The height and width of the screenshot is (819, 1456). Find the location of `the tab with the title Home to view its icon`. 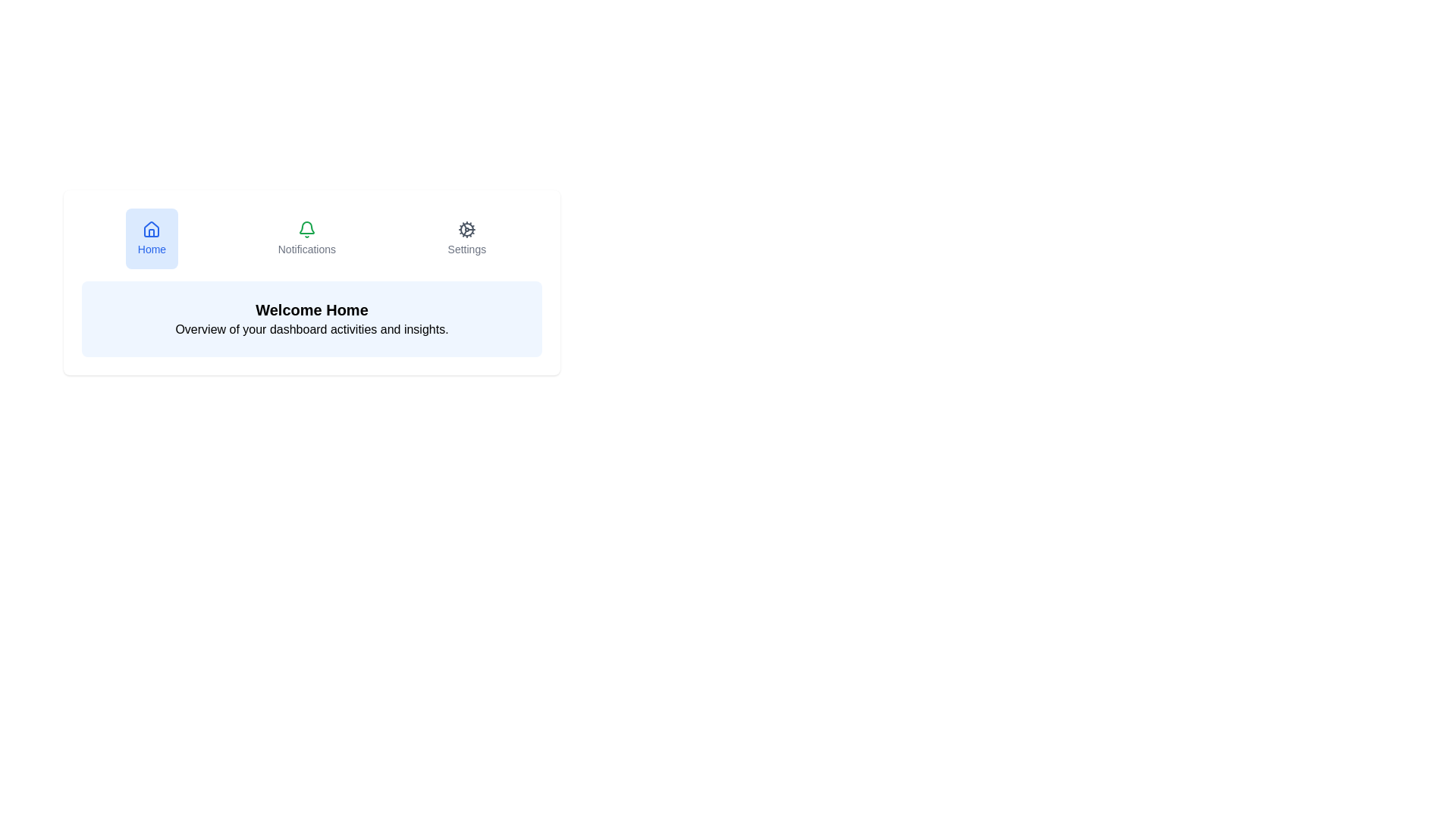

the tab with the title Home to view its icon is located at coordinates (152, 239).